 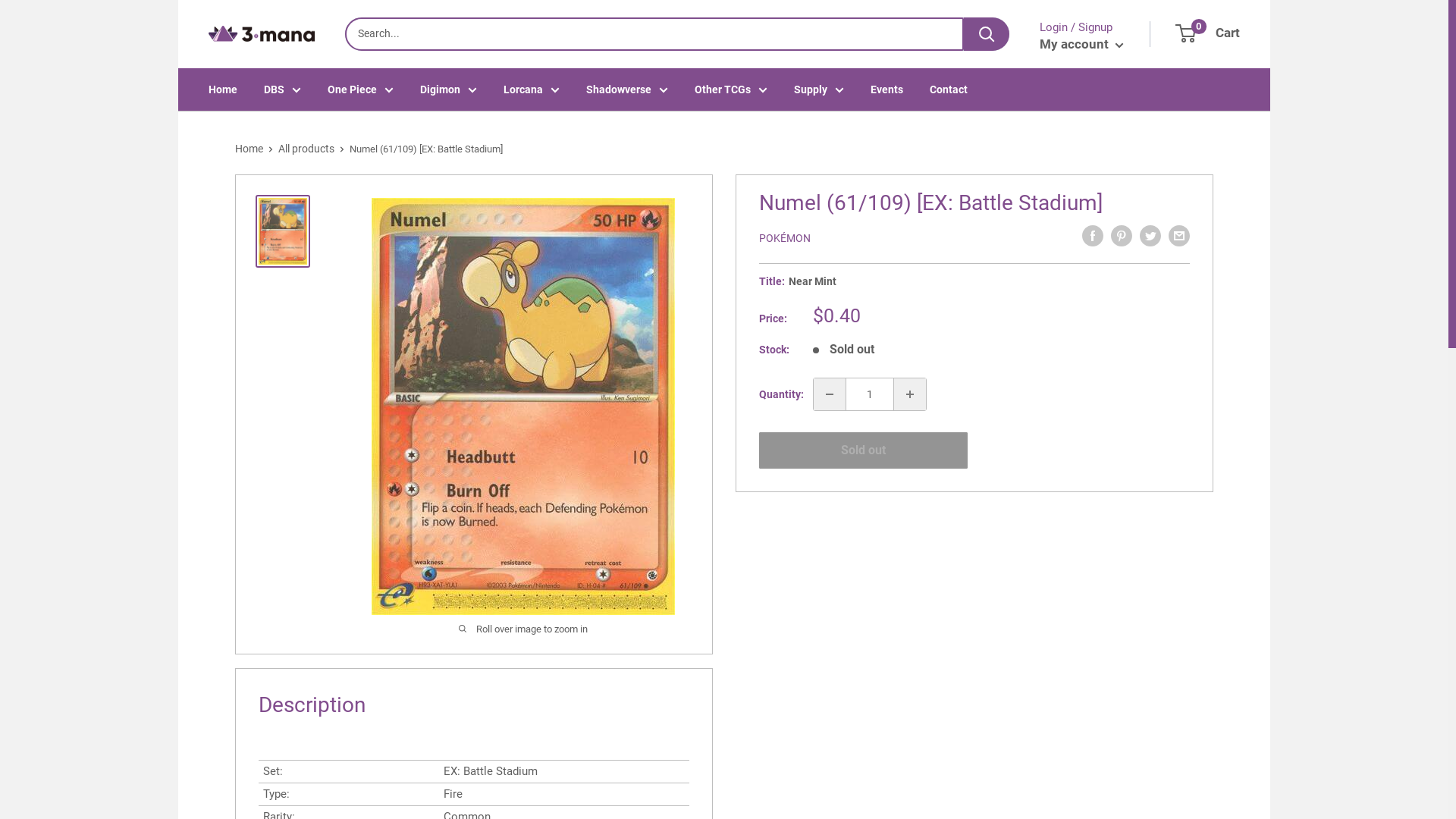 I want to click on 'Decrease quantity by 1', so click(x=829, y=394).